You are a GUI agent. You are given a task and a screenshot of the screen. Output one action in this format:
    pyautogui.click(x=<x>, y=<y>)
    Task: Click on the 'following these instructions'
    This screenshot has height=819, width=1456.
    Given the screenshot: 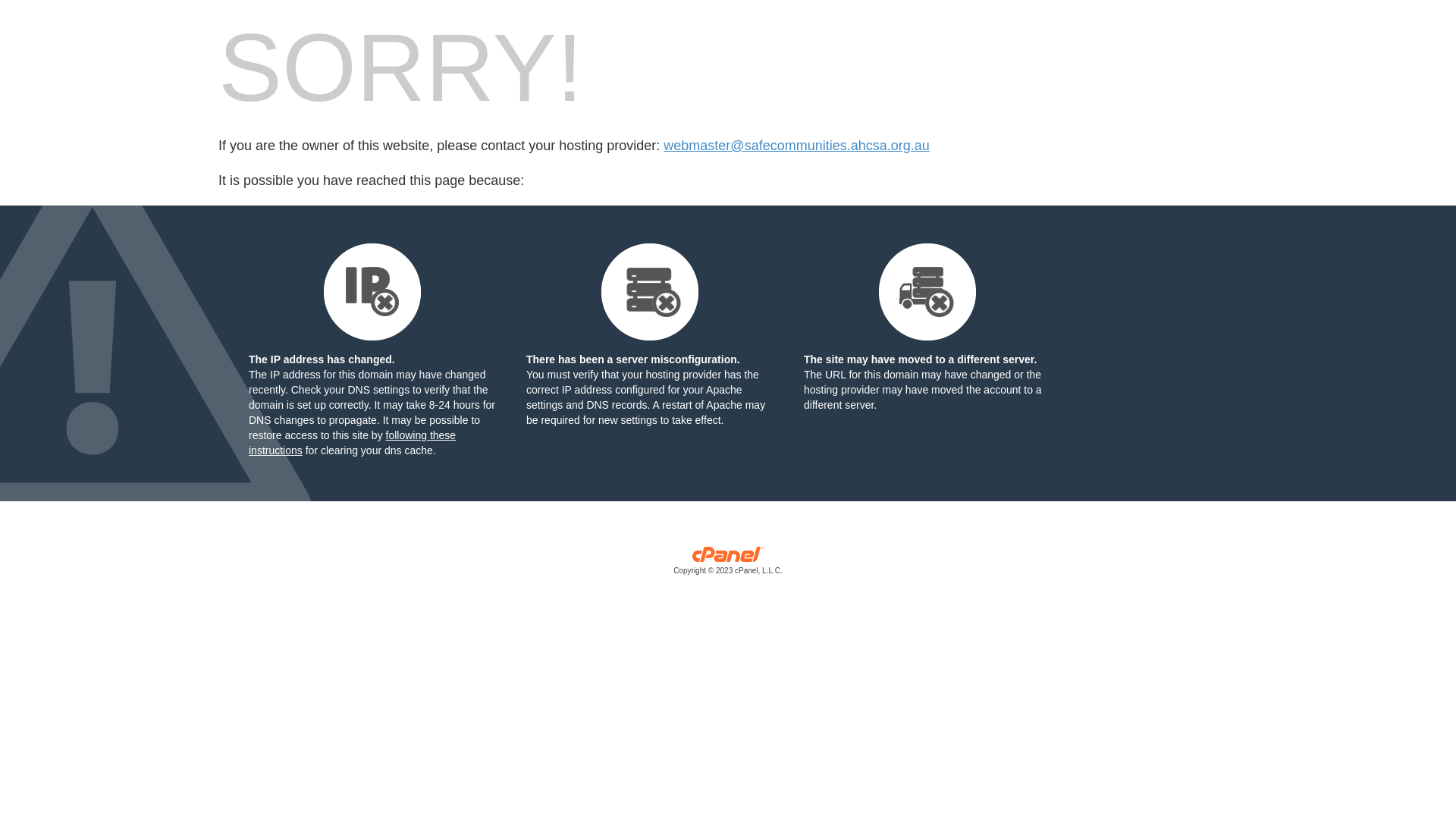 What is the action you would take?
    pyautogui.click(x=351, y=442)
    